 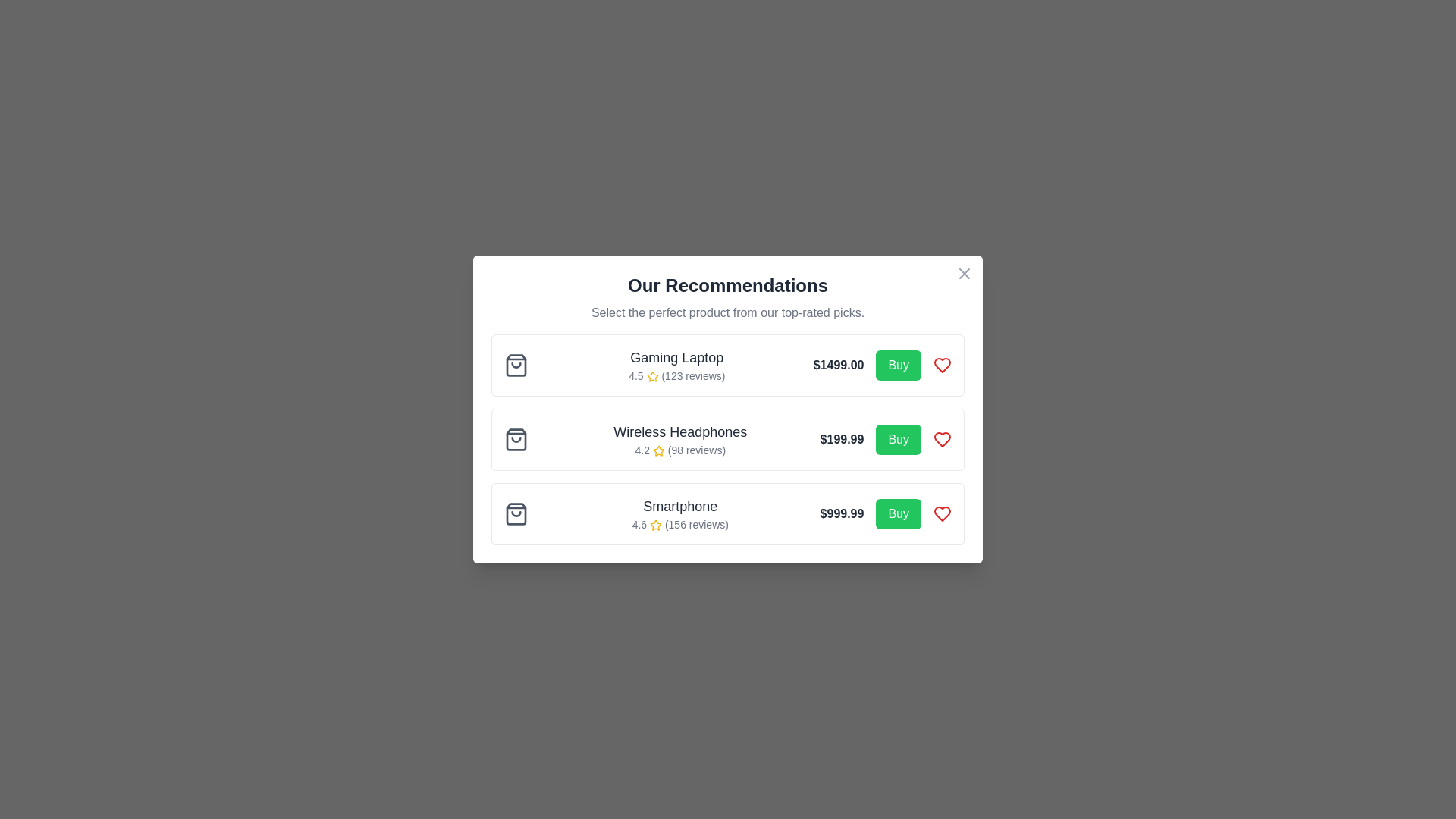 What do you see at coordinates (516, 366) in the screenshot?
I see `stylized shopping bag icon located to the left of the text 'Gaming Laptop' in the first entry of the recommendations list for additional information` at bounding box center [516, 366].